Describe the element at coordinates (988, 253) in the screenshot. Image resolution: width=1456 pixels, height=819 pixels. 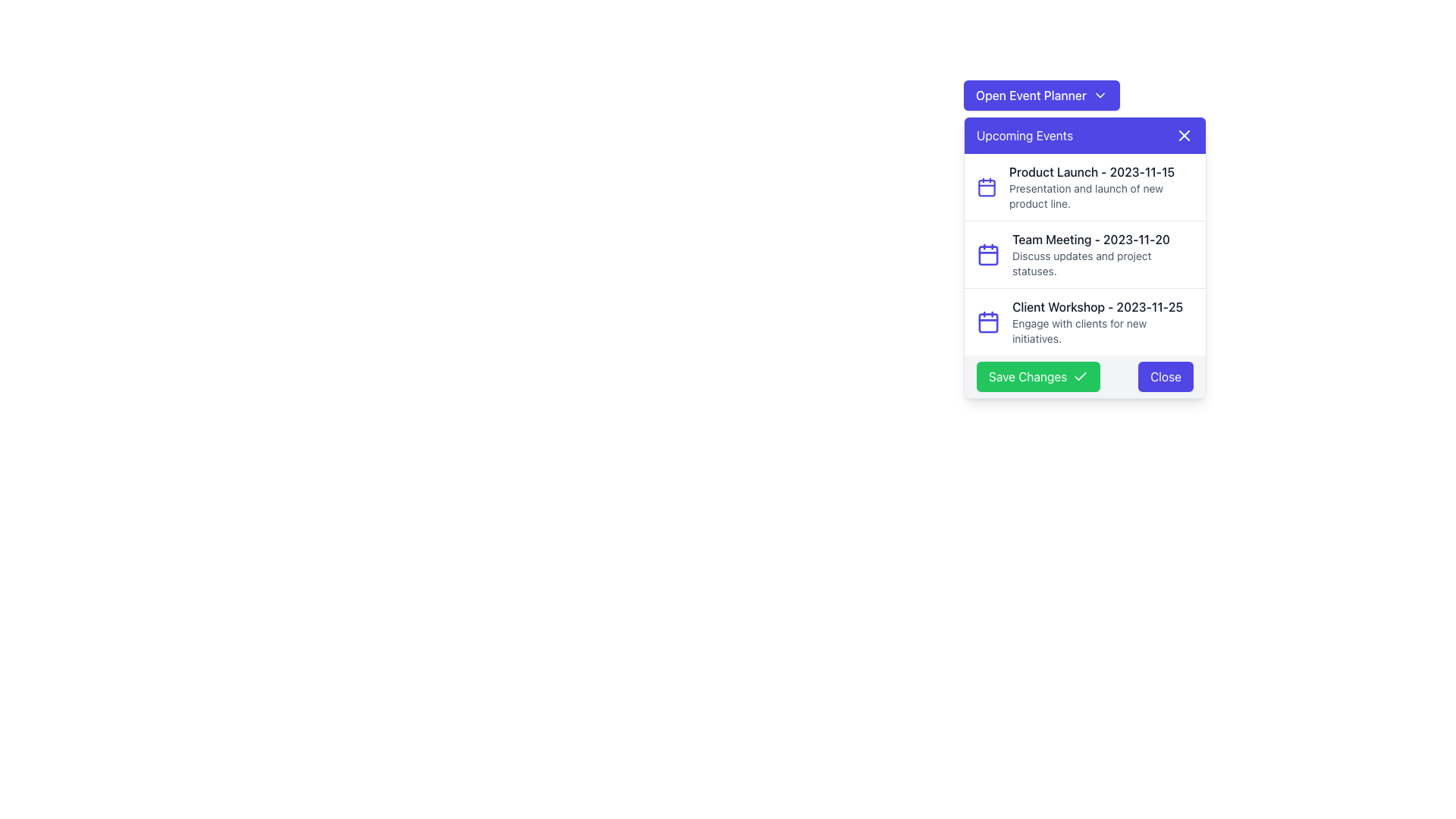
I see `the calendar icon representing the event date for 'Team Meeting - 2023-11-20' located in the middle section of the sidebar under 'Upcoming Events.'` at that location.